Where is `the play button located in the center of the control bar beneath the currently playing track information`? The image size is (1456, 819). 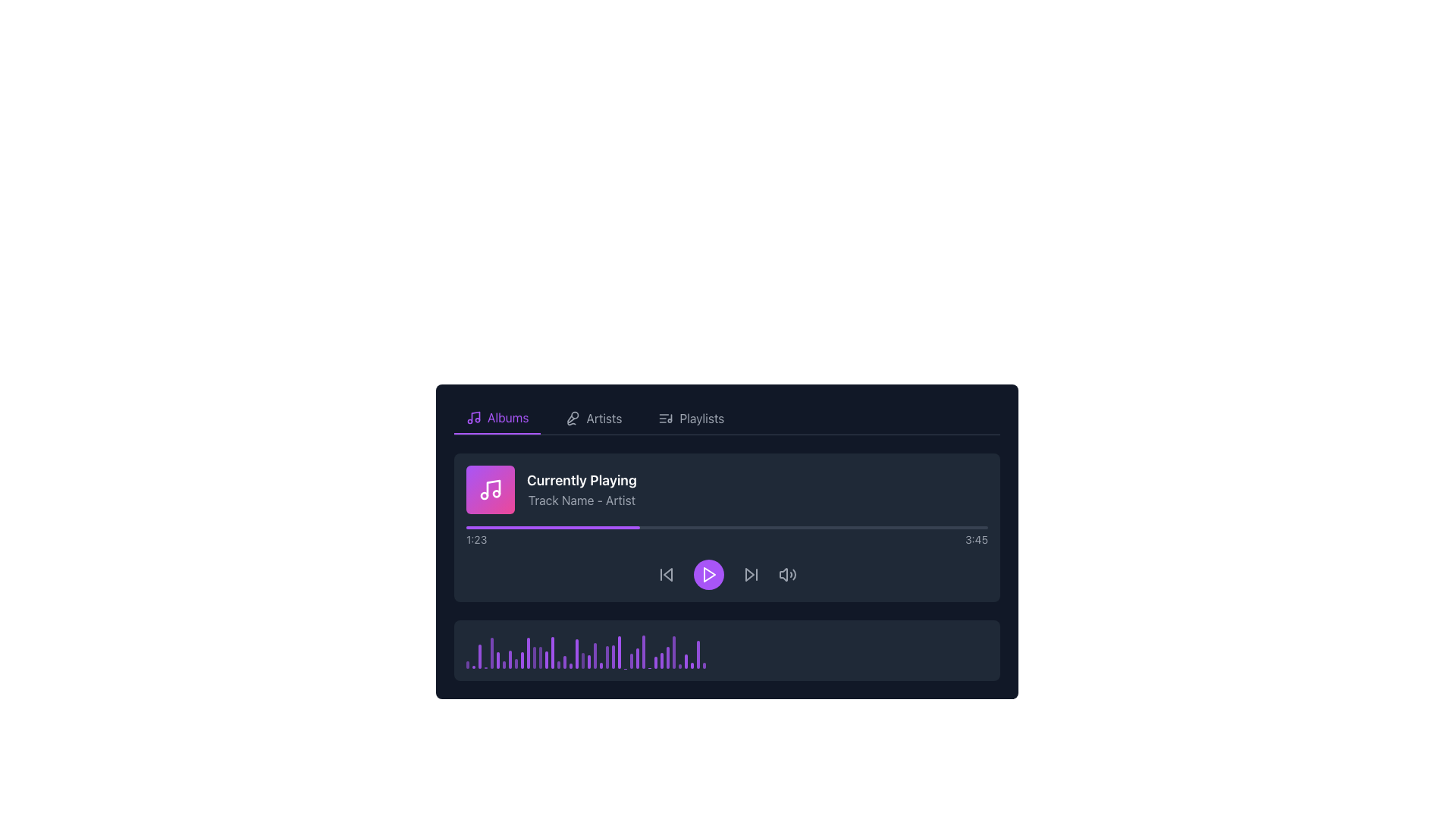
the play button located in the center of the control bar beneath the currently playing track information is located at coordinates (708, 575).